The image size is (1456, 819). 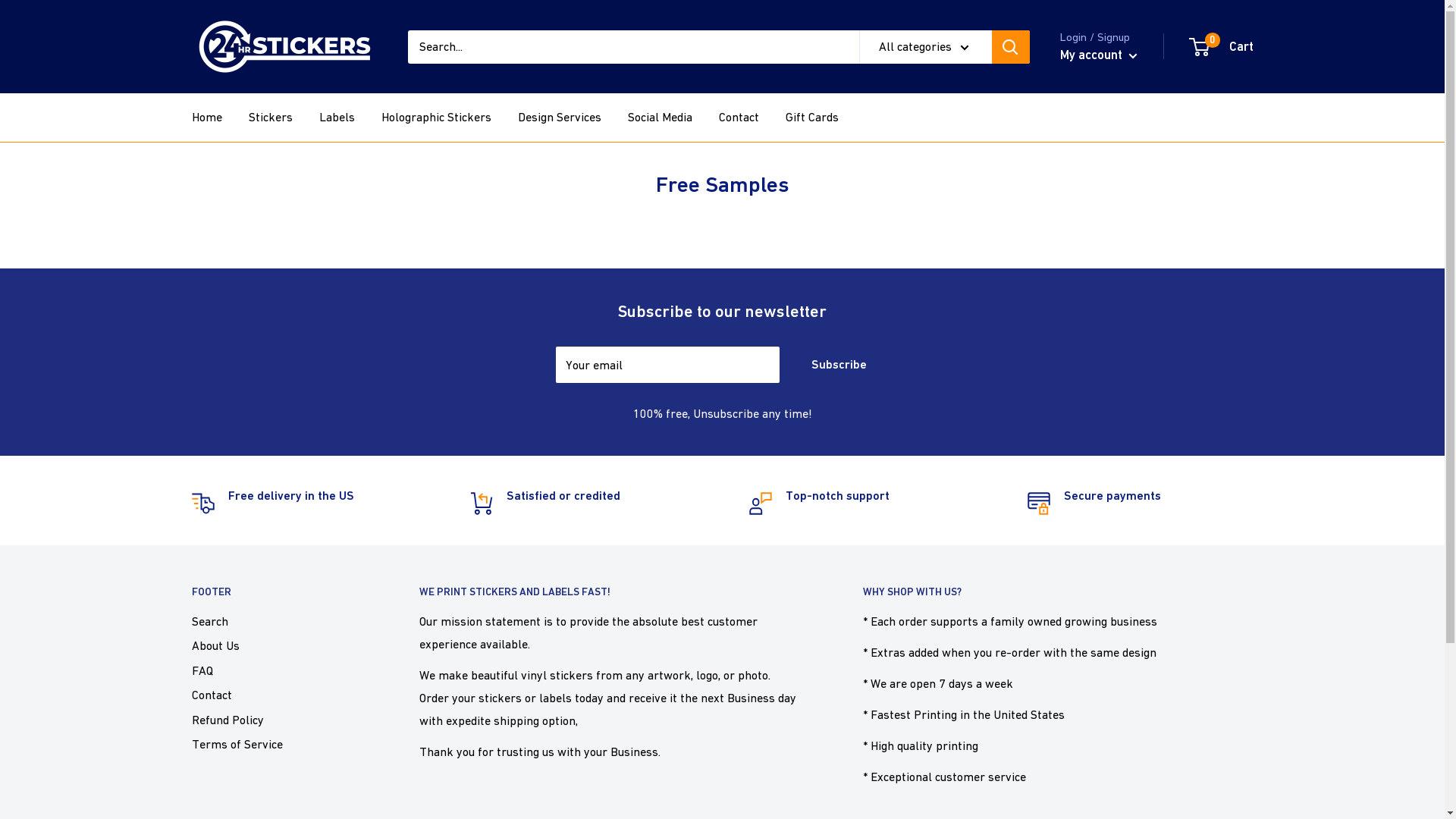 I want to click on 'Design Services', so click(x=558, y=116).